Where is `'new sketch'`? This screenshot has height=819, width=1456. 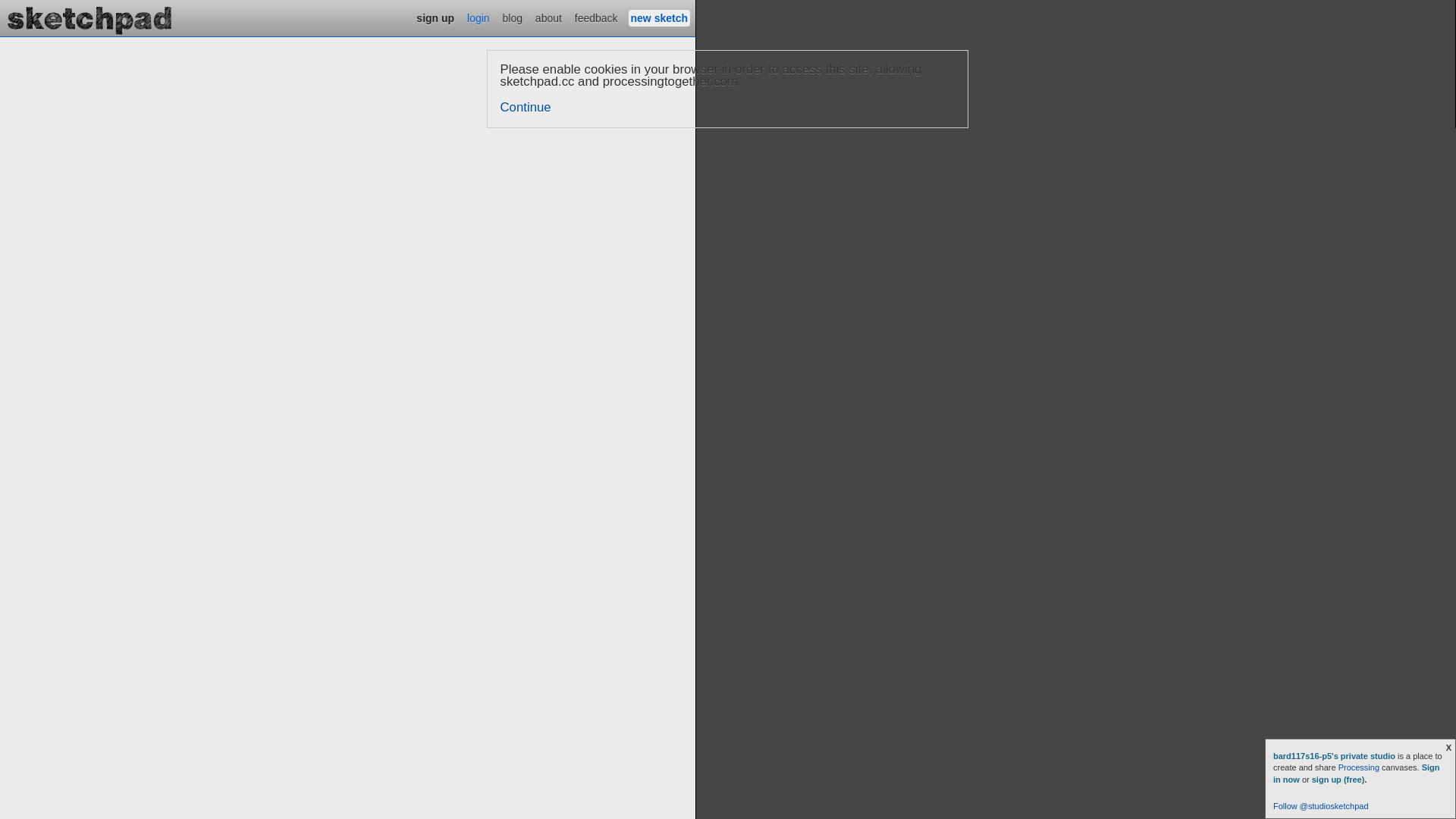
'new sketch' is located at coordinates (659, 17).